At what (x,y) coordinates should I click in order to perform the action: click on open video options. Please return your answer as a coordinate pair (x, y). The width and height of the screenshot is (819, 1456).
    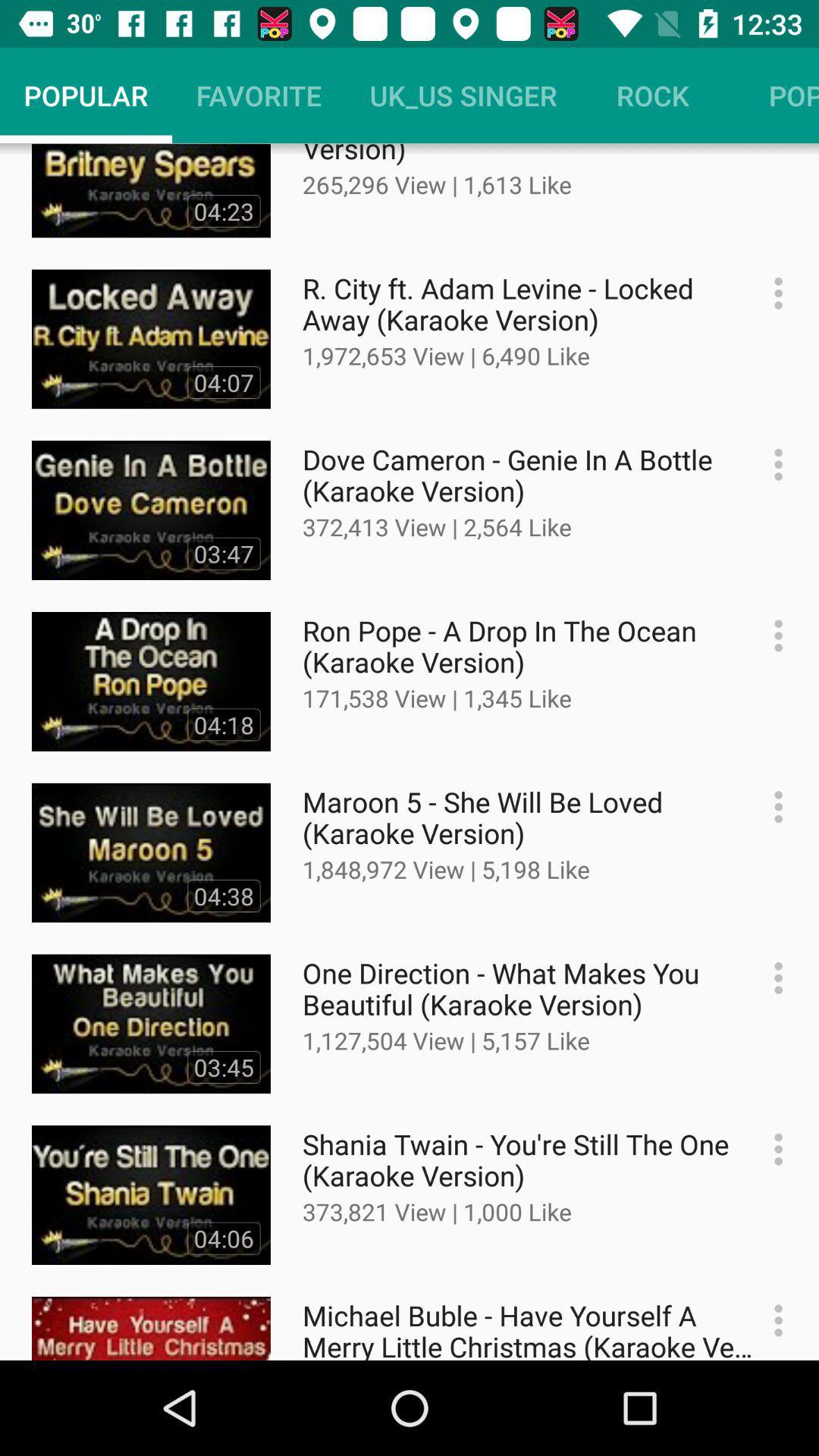
    Looking at the image, I should click on (770, 1319).